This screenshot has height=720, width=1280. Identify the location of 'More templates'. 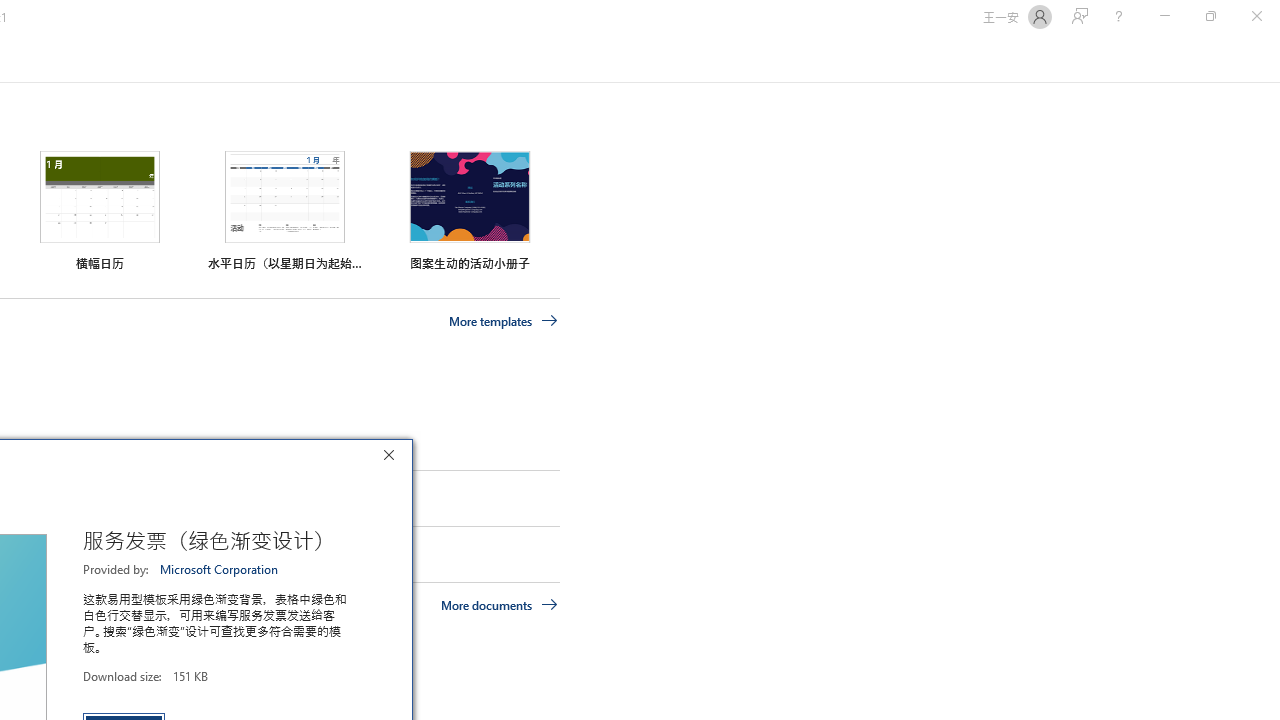
(503, 320).